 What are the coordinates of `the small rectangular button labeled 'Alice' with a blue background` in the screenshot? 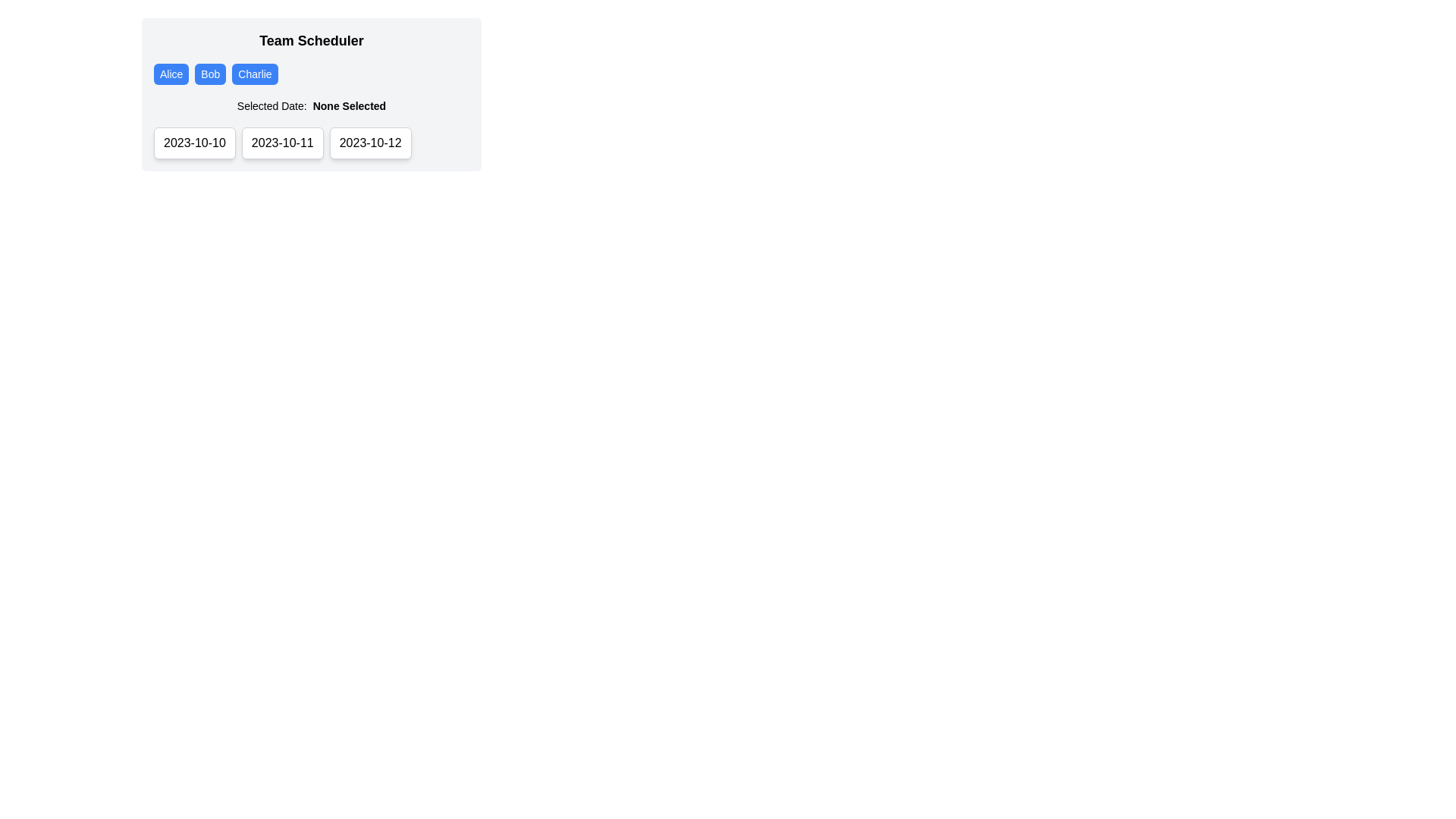 It's located at (171, 74).